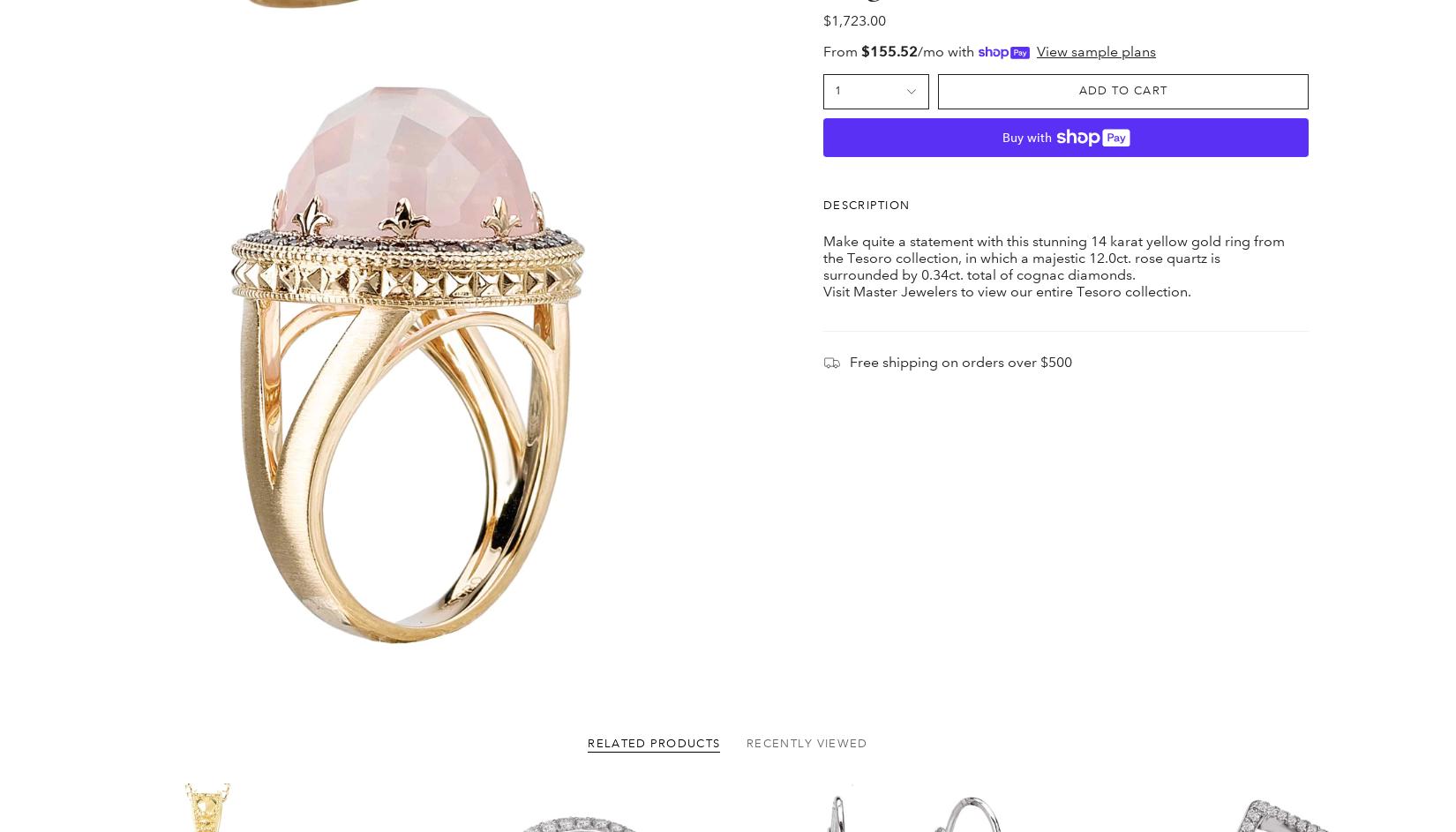  What do you see at coordinates (974, 726) in the screenshot?
I see `'Sunday & Monday: Closed'` at bounding box center [974, 726].